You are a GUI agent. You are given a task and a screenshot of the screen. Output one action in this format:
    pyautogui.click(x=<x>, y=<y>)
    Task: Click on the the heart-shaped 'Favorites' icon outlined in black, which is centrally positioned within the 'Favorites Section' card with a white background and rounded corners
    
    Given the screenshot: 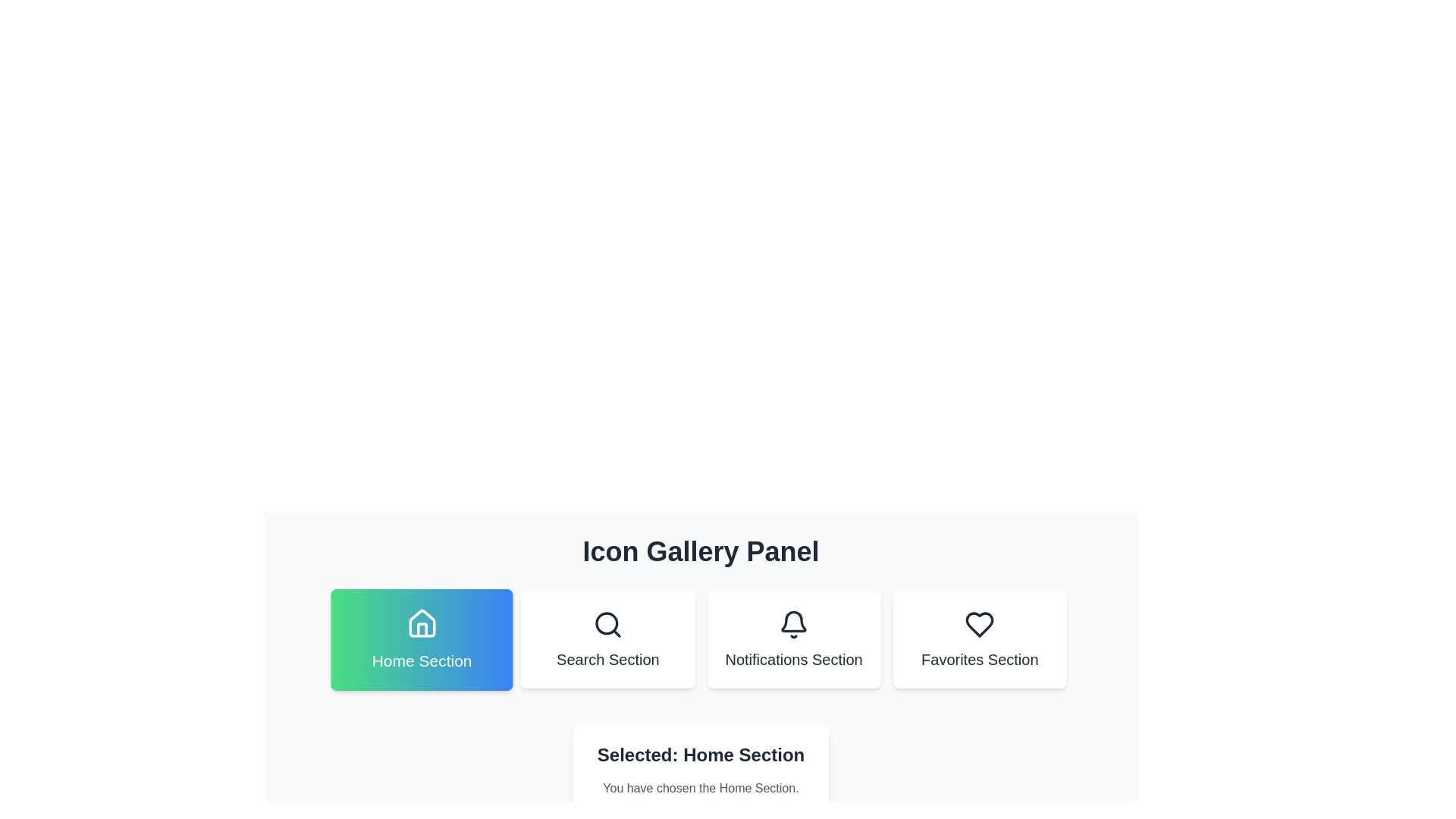 What is the action you would take?
    pyautogui.click(x=980, y=625)
    